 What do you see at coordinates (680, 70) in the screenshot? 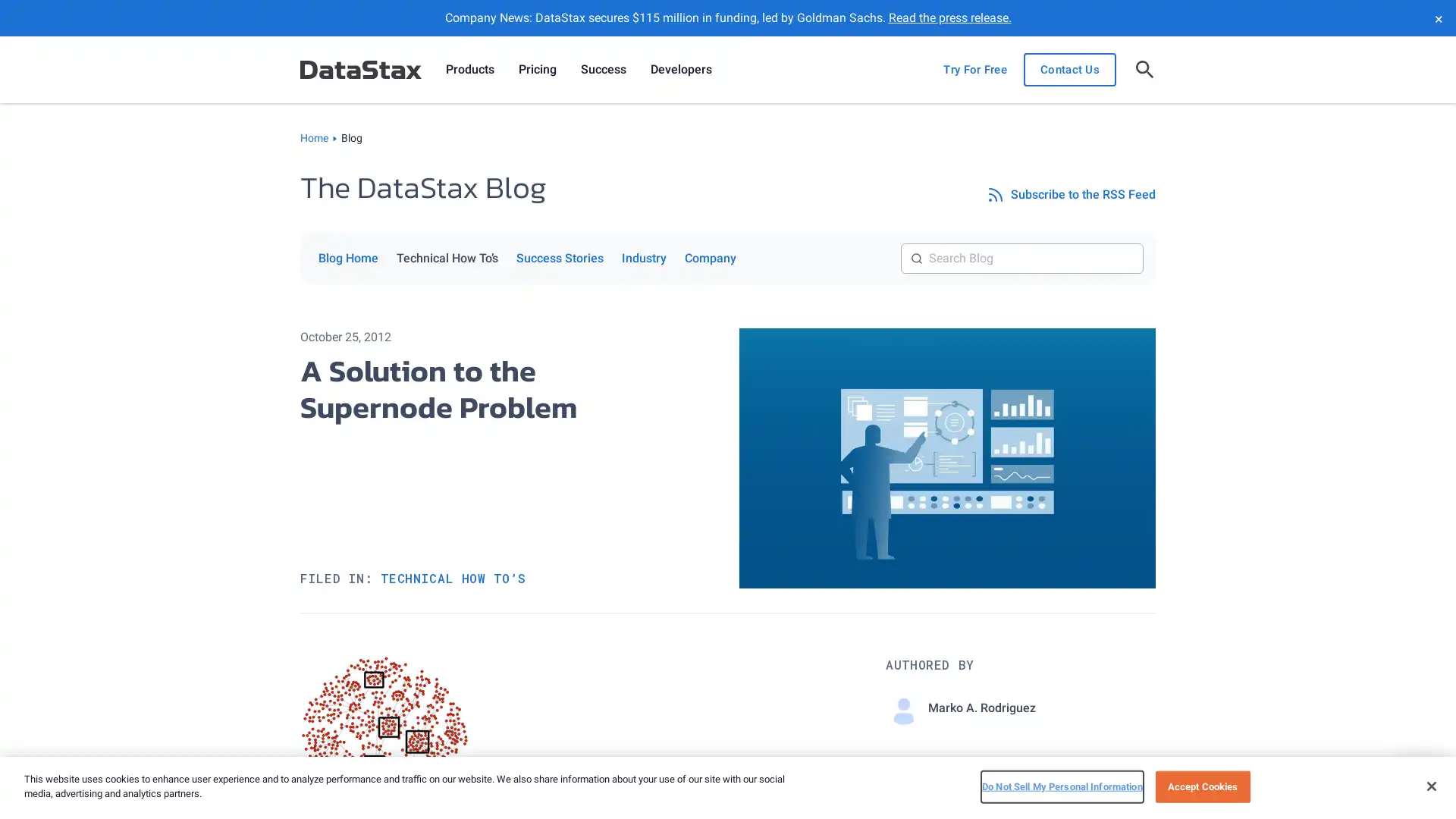
I see `Developers` at bounding box center [680, 70].